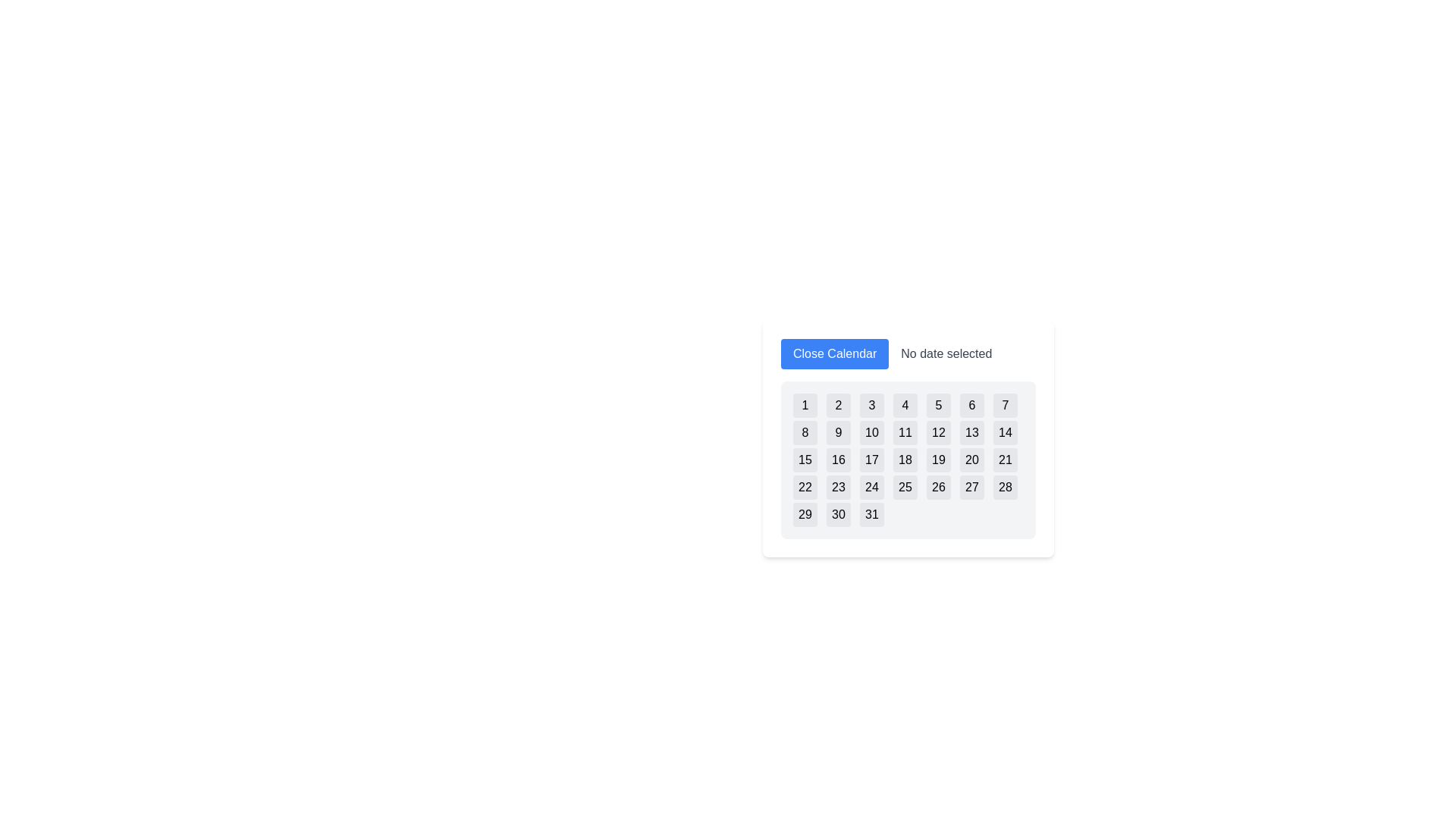 This screenshot has height=819, width=1456. Describe the element at coordinates (804, 432) in the screenshot. I see `the square button with rounded corners, styled in light gray containing the number '8' in bold black text` at that location.